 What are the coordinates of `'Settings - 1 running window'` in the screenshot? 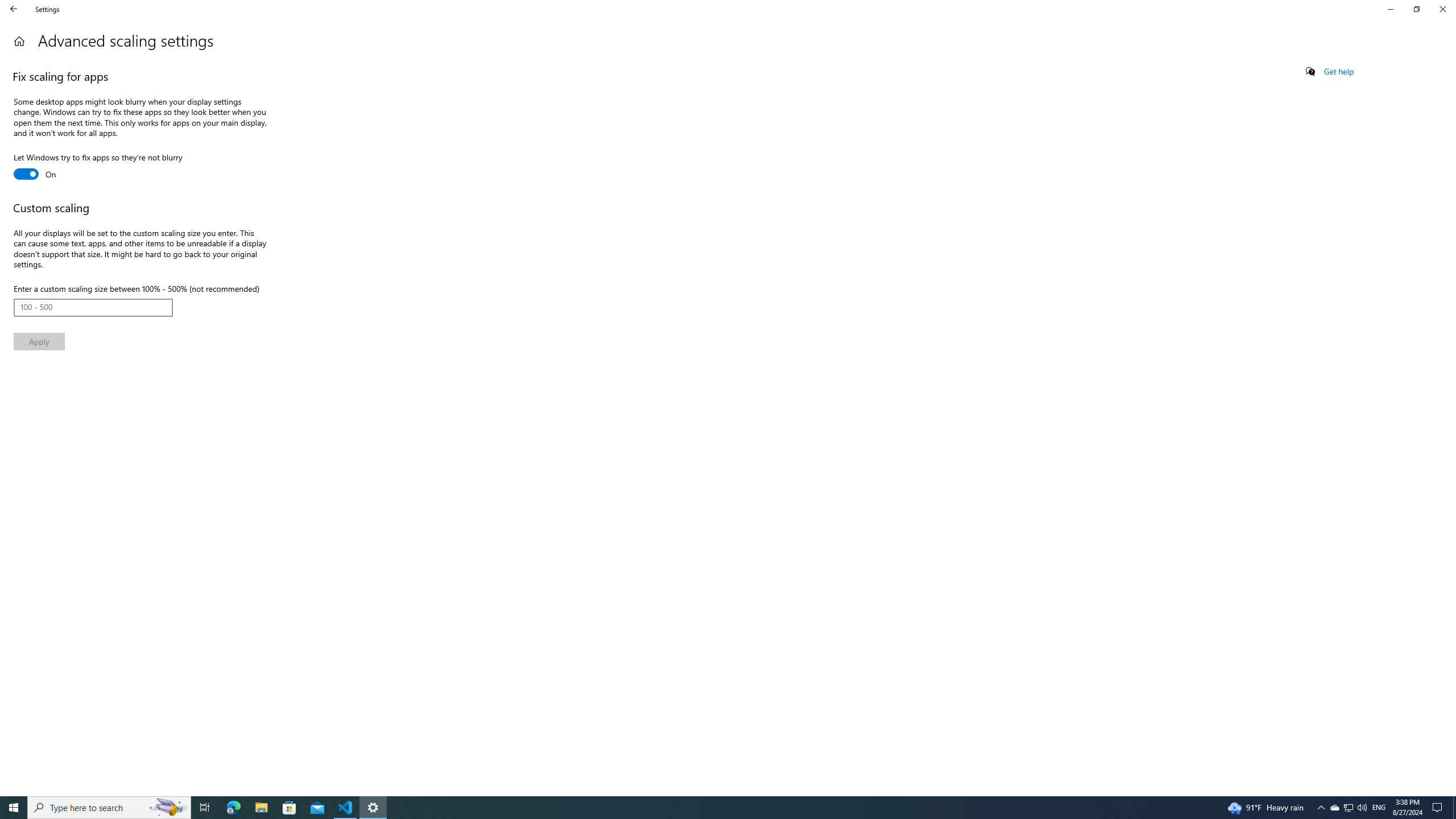 It's located at (373, 806).